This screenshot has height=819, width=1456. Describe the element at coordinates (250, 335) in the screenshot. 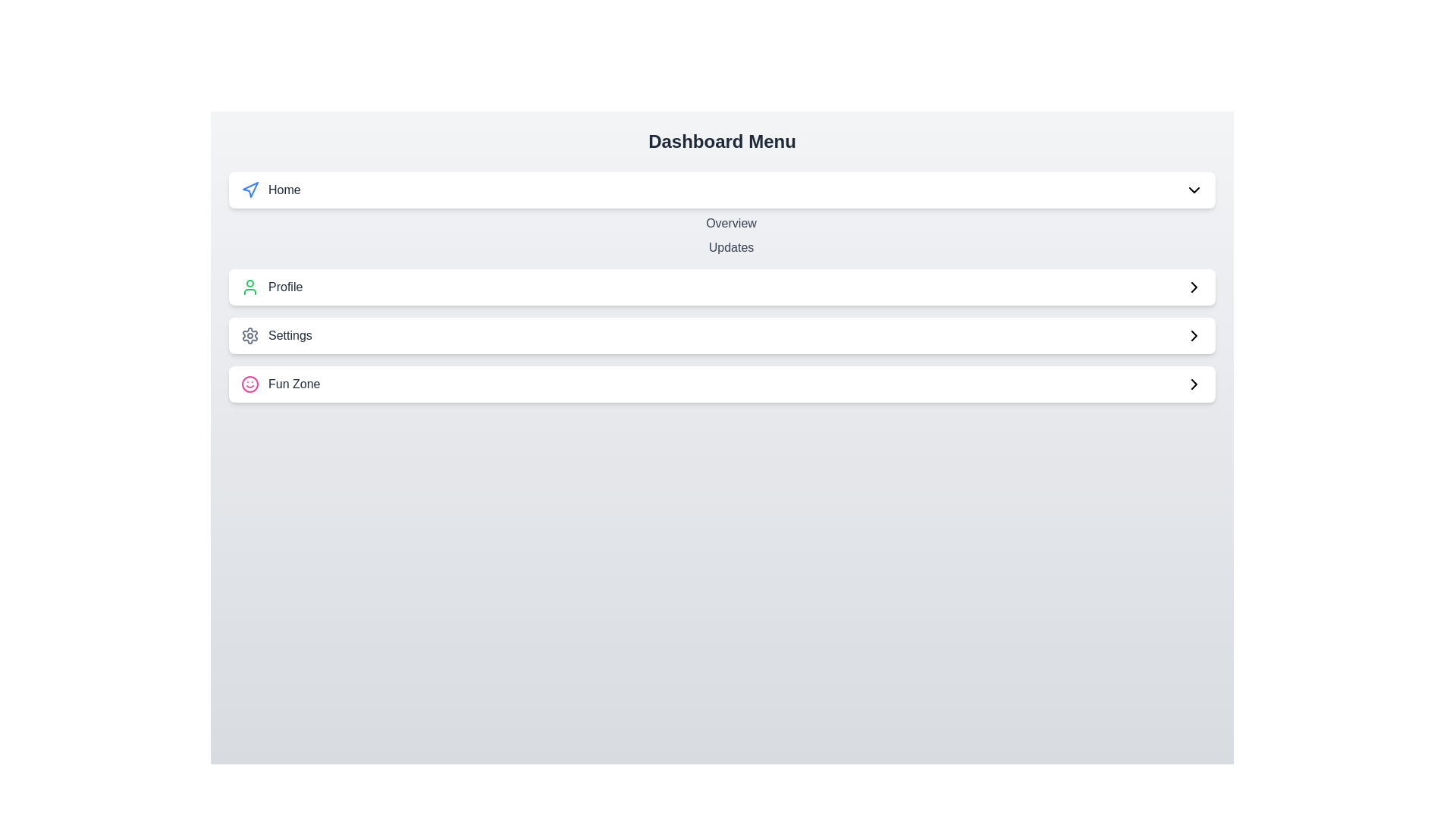

I see `the gear-like icon located in the 'Settings' row of the vertical navigation menu` at that location.